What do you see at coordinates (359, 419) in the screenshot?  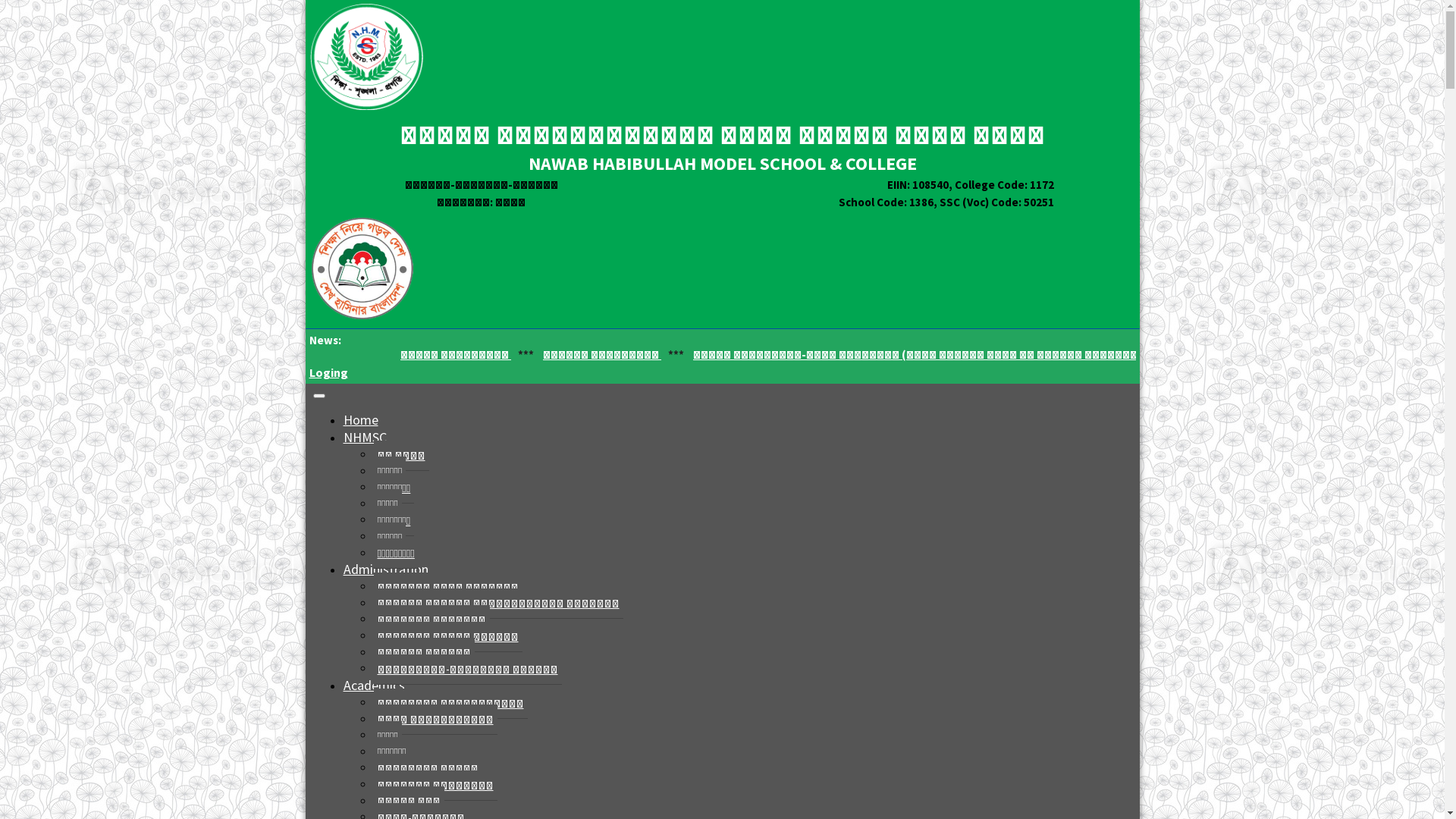 I see `'Home'` at bounding box center [359, 419].